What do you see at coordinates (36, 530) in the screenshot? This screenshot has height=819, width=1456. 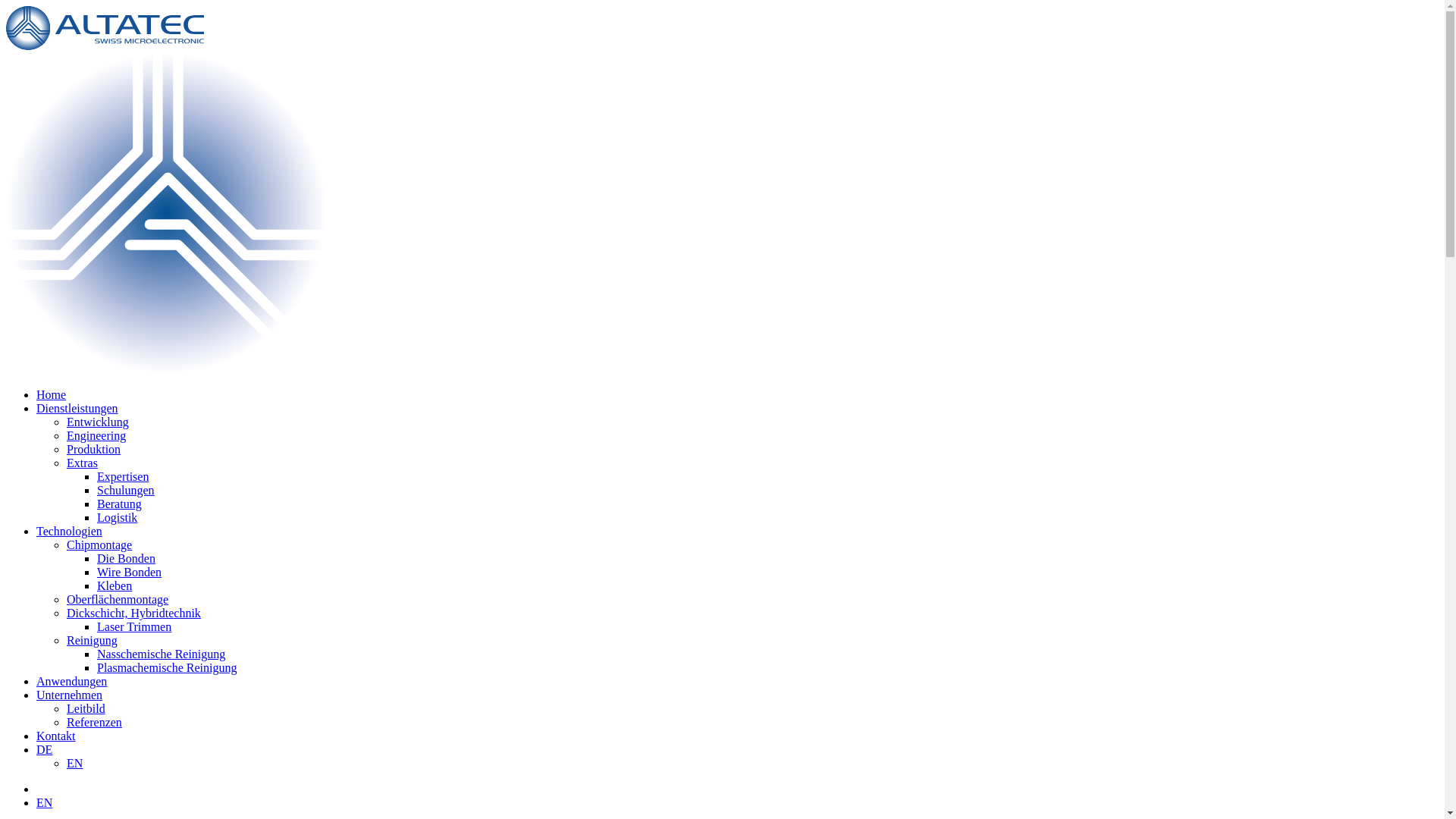 I see `'Technologien'` at bounding box center [36, 530].